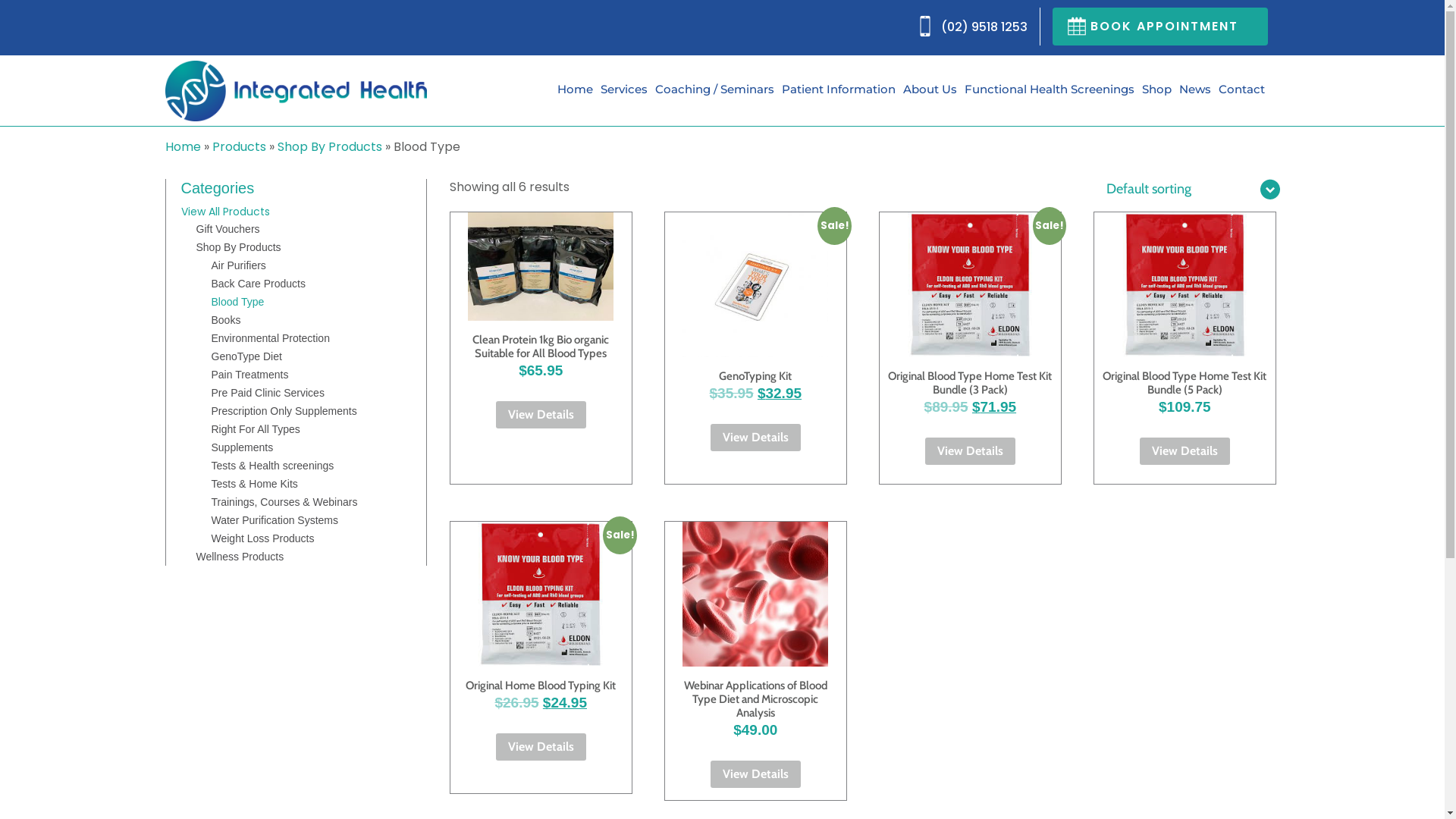 Image resolution: width=1456 pixels, height=819 pixels. Describe the element at coordinates (274, 519) in the screenshot. I see `'Water Purification Systems'` at that location.